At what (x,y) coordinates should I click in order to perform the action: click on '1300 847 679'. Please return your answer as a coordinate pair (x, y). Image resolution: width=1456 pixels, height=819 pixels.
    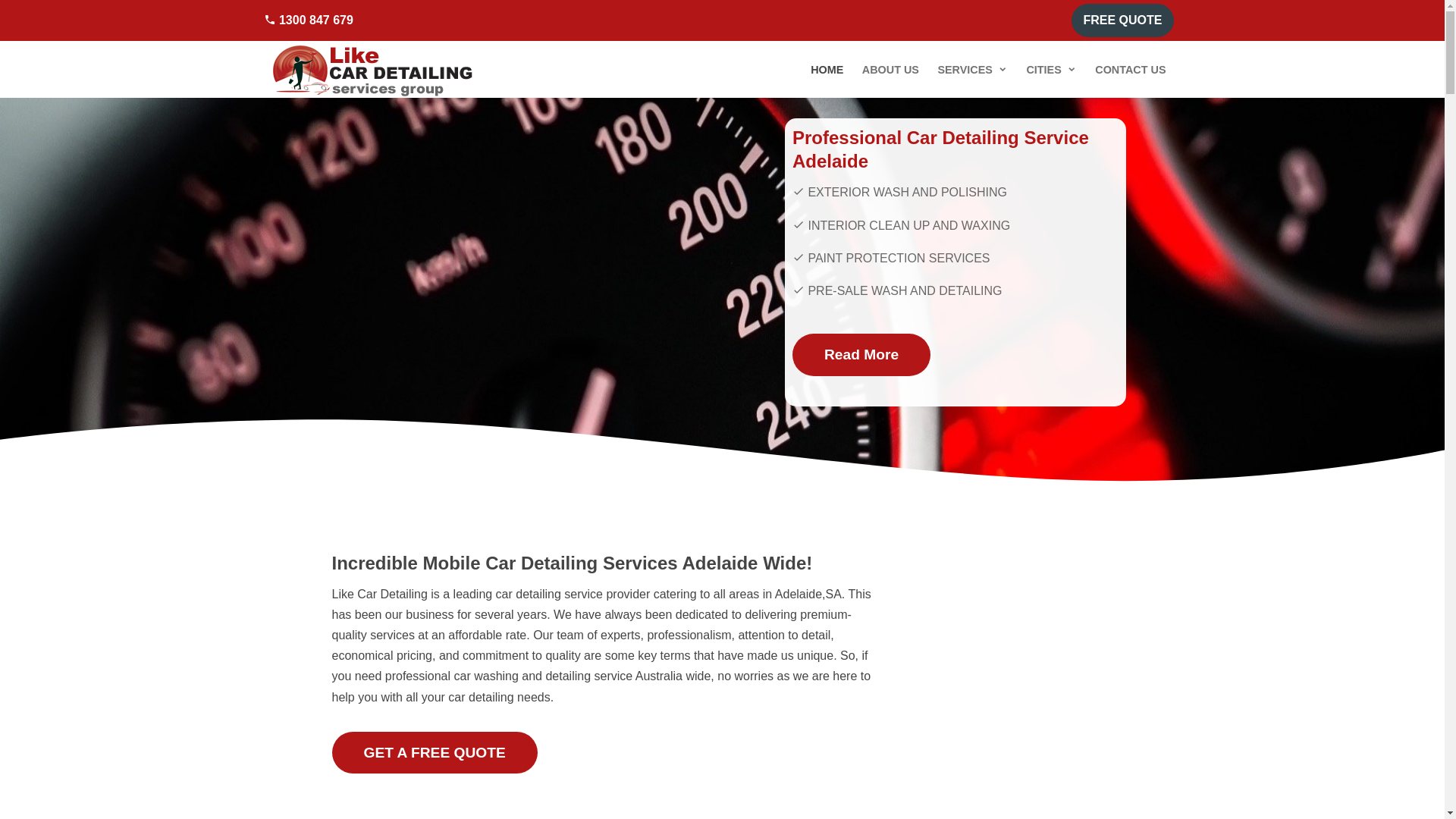
    Looking at the image, I should click on (308, 20).